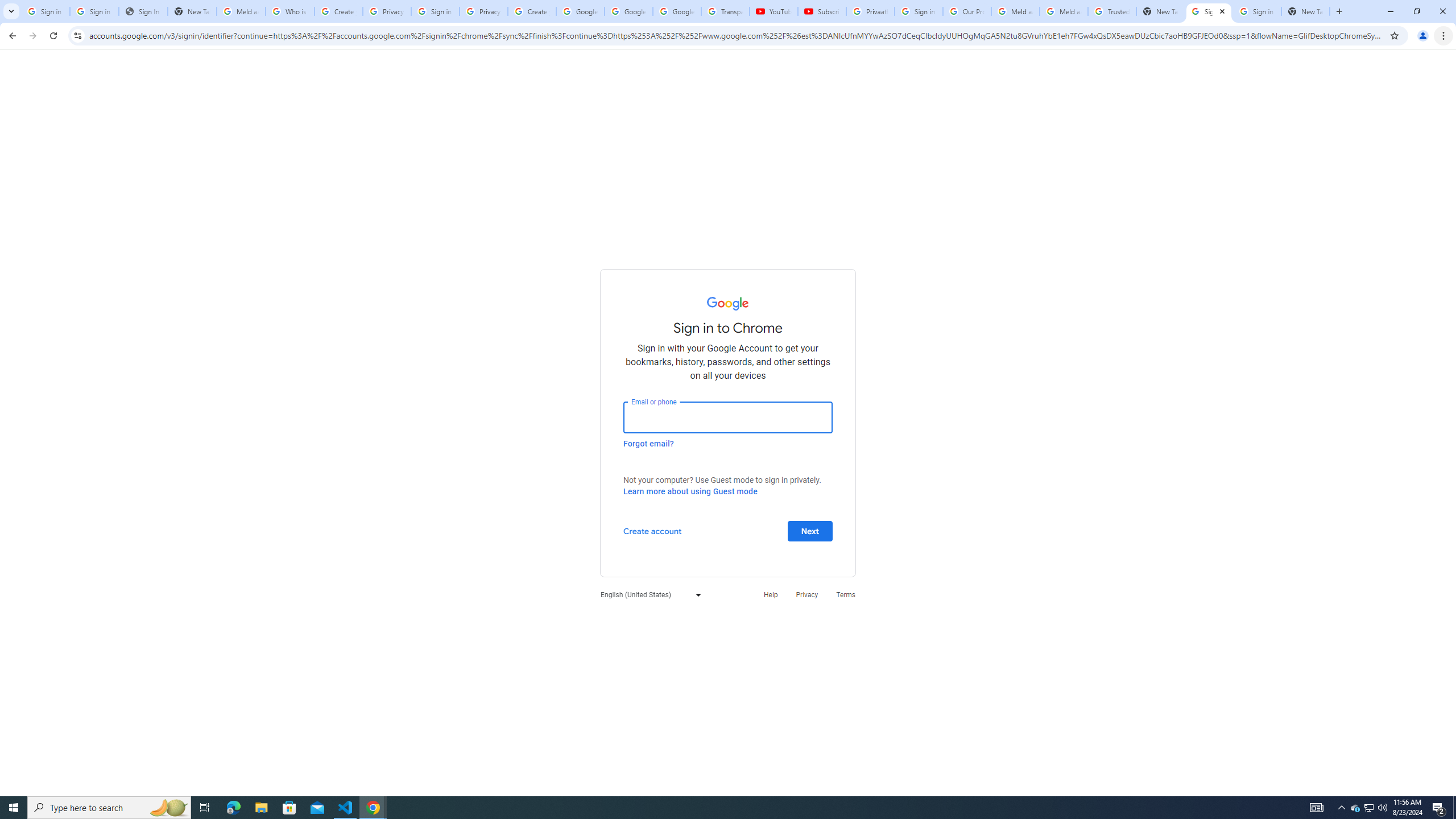  Describe the element at coordinates (143, 11) in the screenshot. I see `'Sign In - USA TODAY'` at that location.